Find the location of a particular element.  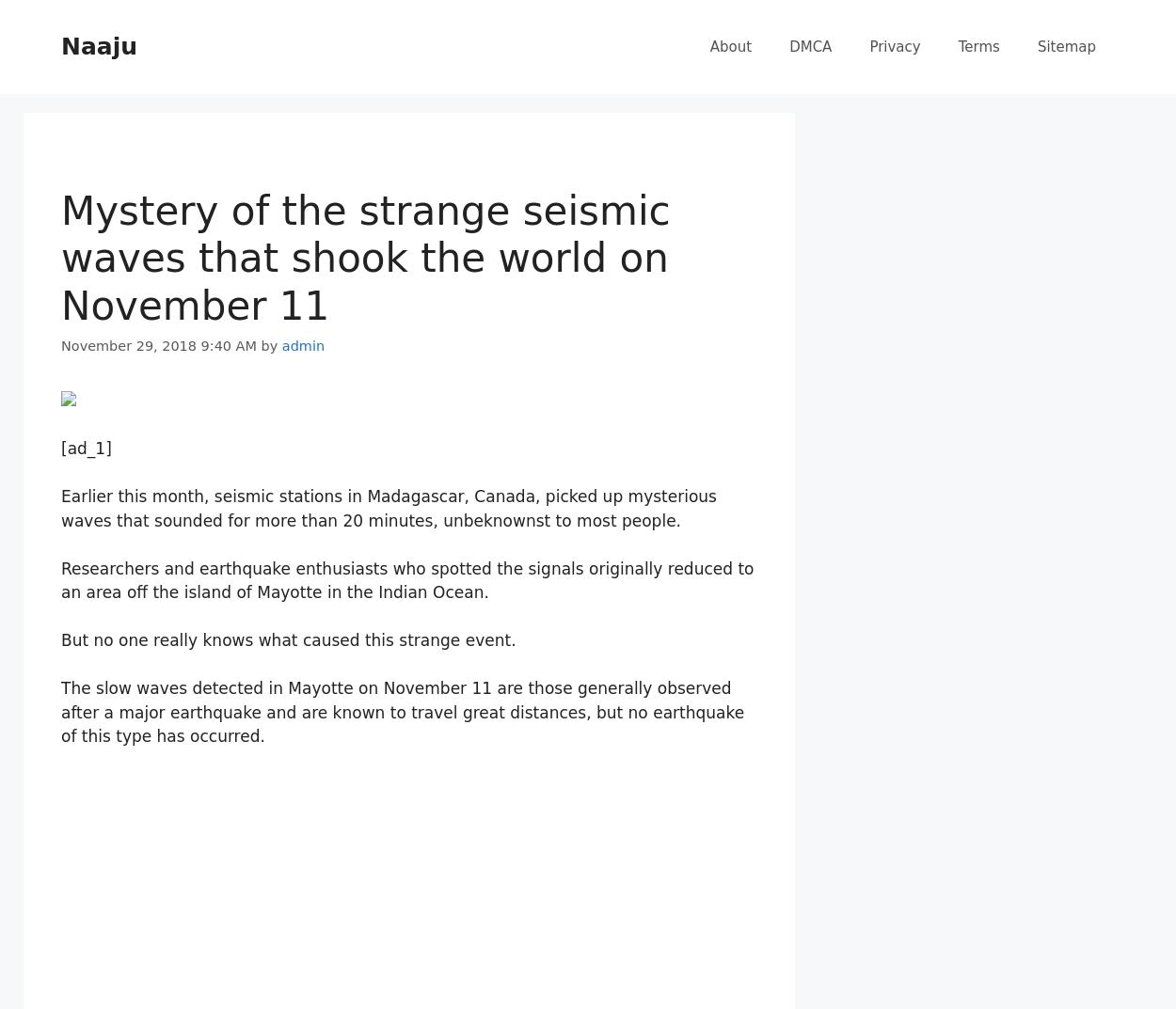

'by' is located at coordinates (271, 345).